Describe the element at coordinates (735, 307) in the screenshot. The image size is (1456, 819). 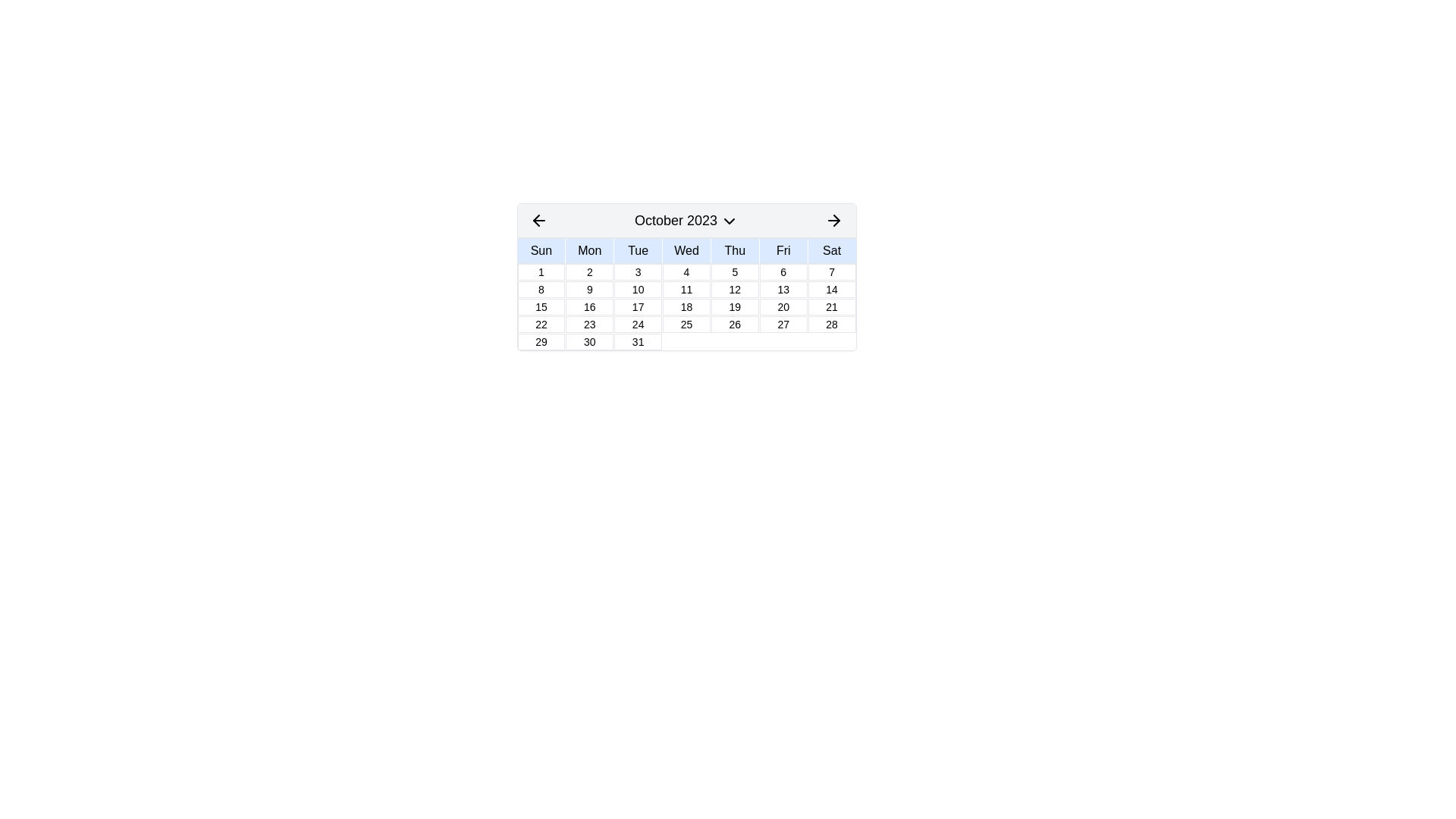
I see `the calendar day cell that displays the number '19', located under the 'Thu' column in the fourth row of the calendar grid` at that location.